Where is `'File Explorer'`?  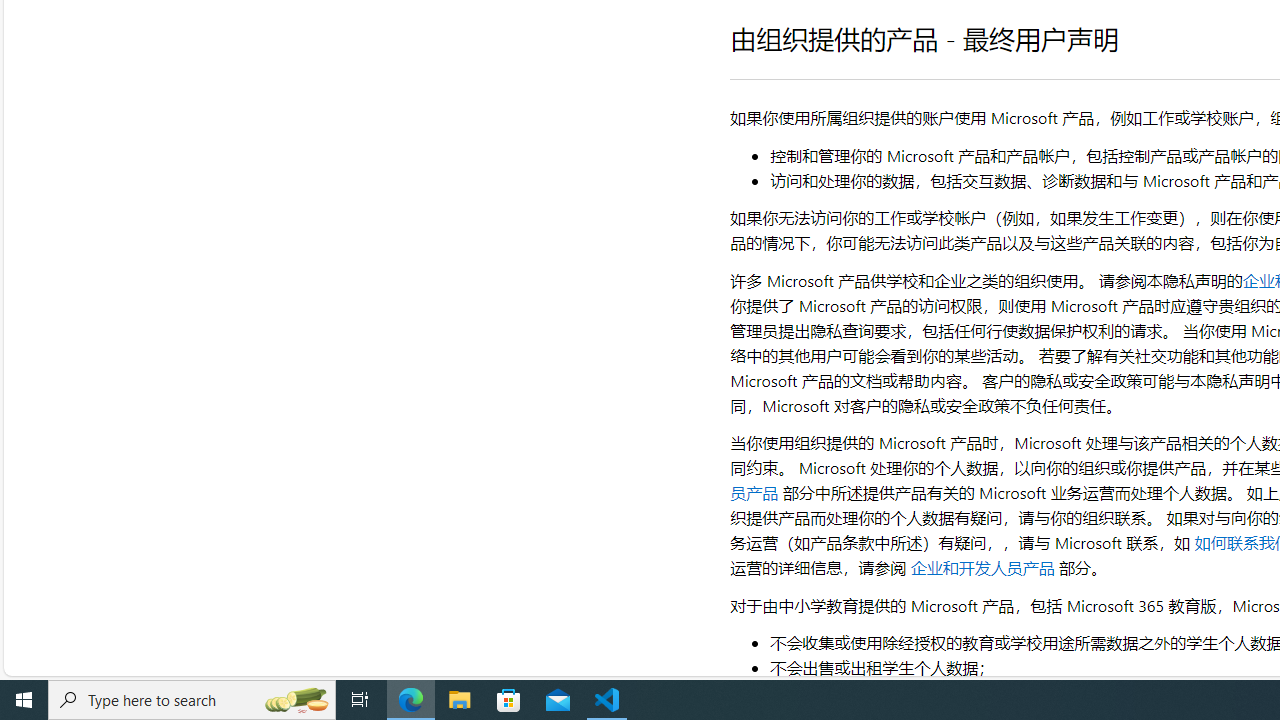
'File Explorer' is located at coordinates (459, 698).